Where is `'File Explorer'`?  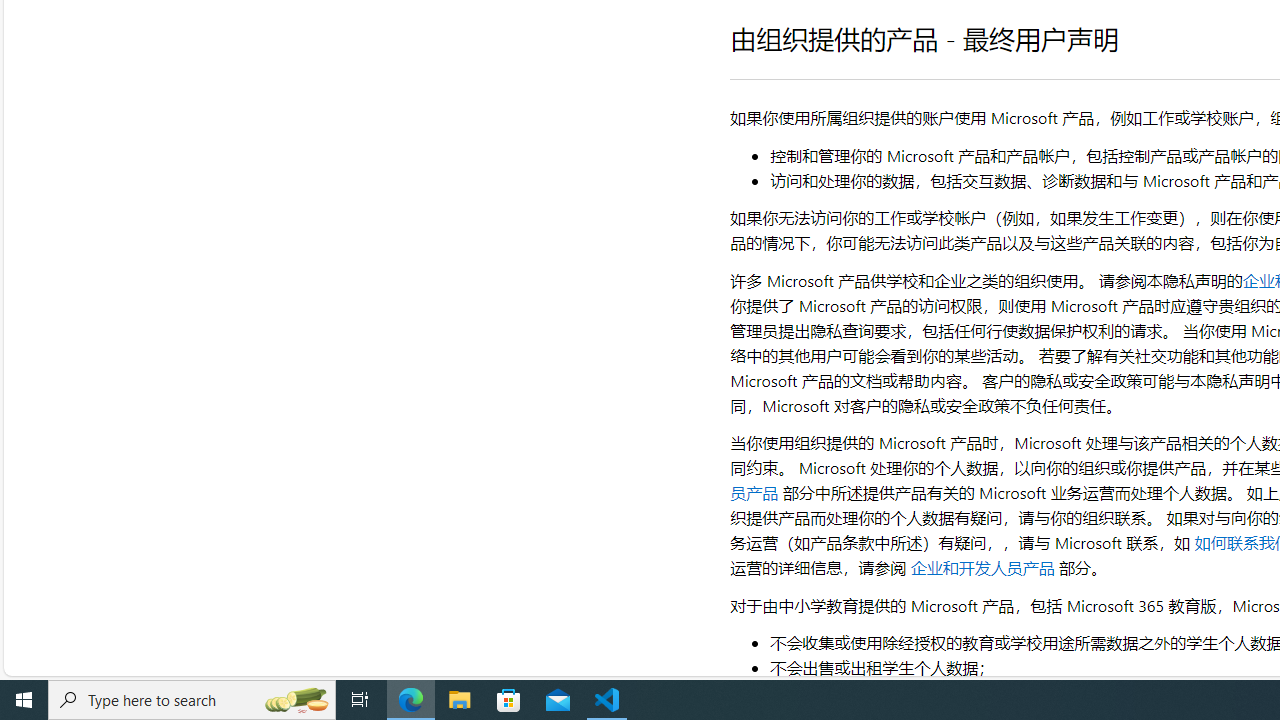
'File Explorer' is located at coordinates (459, 698).